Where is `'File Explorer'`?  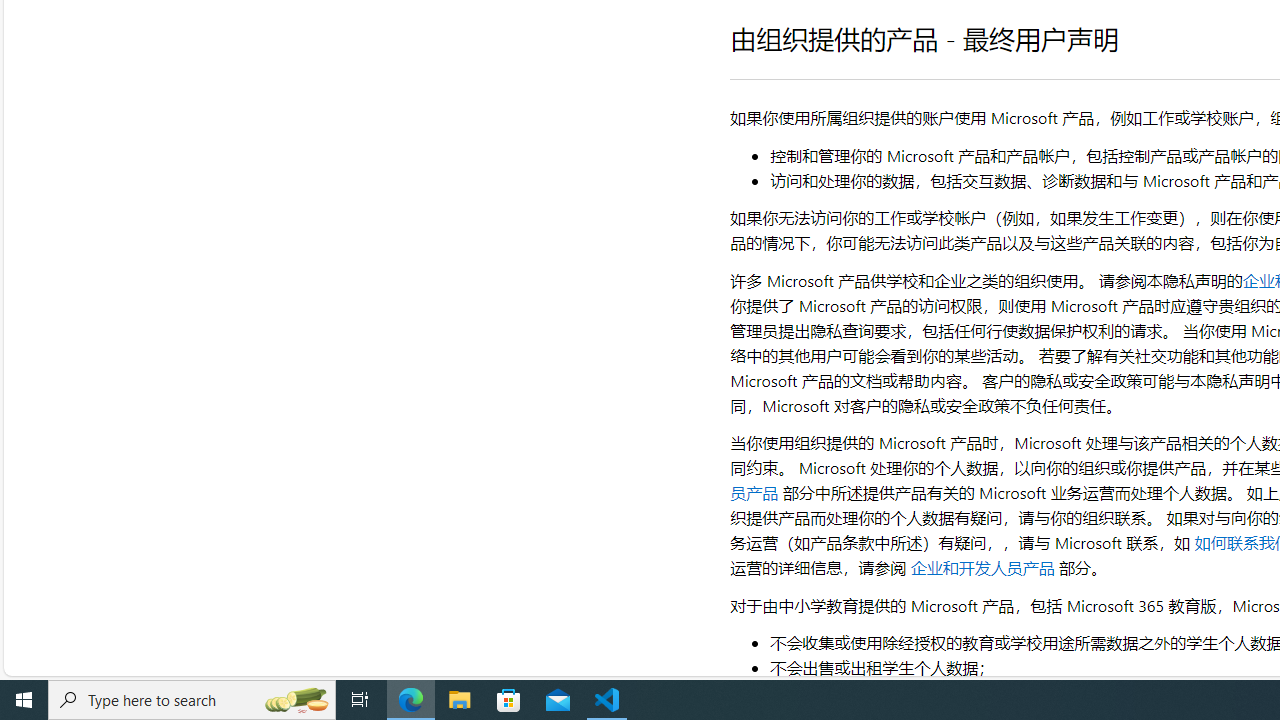
'File Explorer' is located at coordinates (459, 698).